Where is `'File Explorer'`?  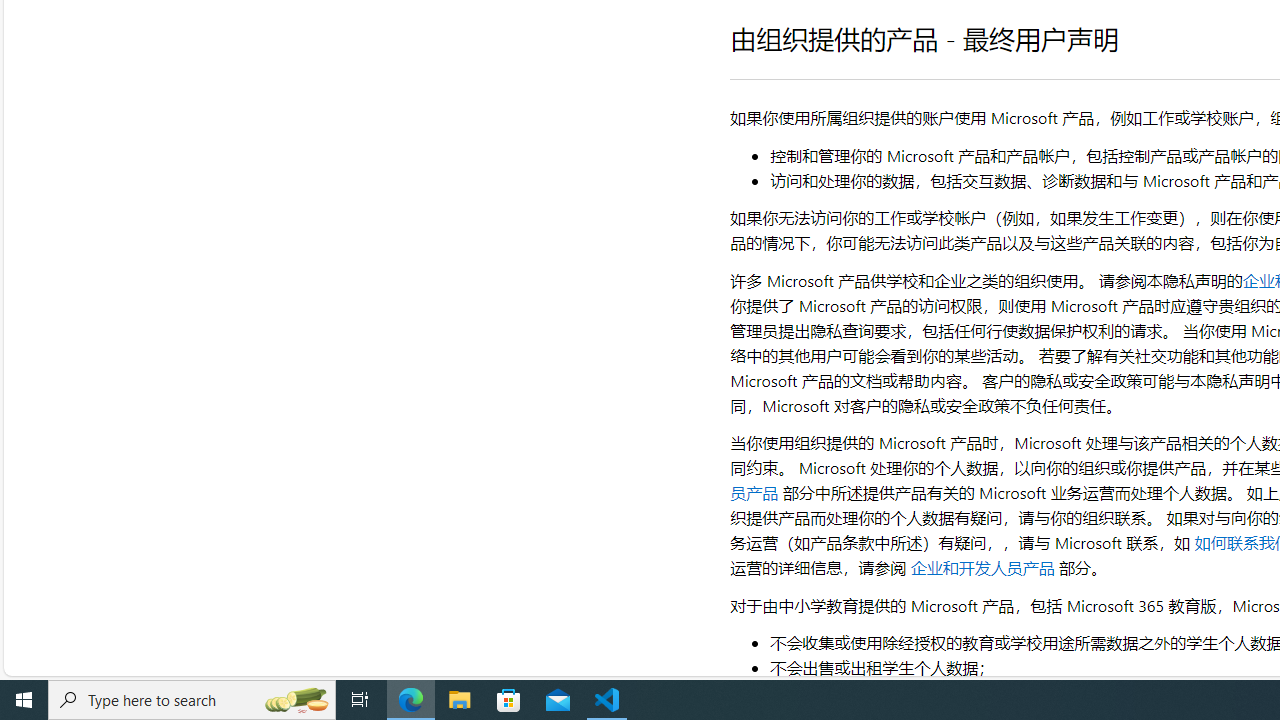
'File Explorer' is located at coordinates (459, 698).